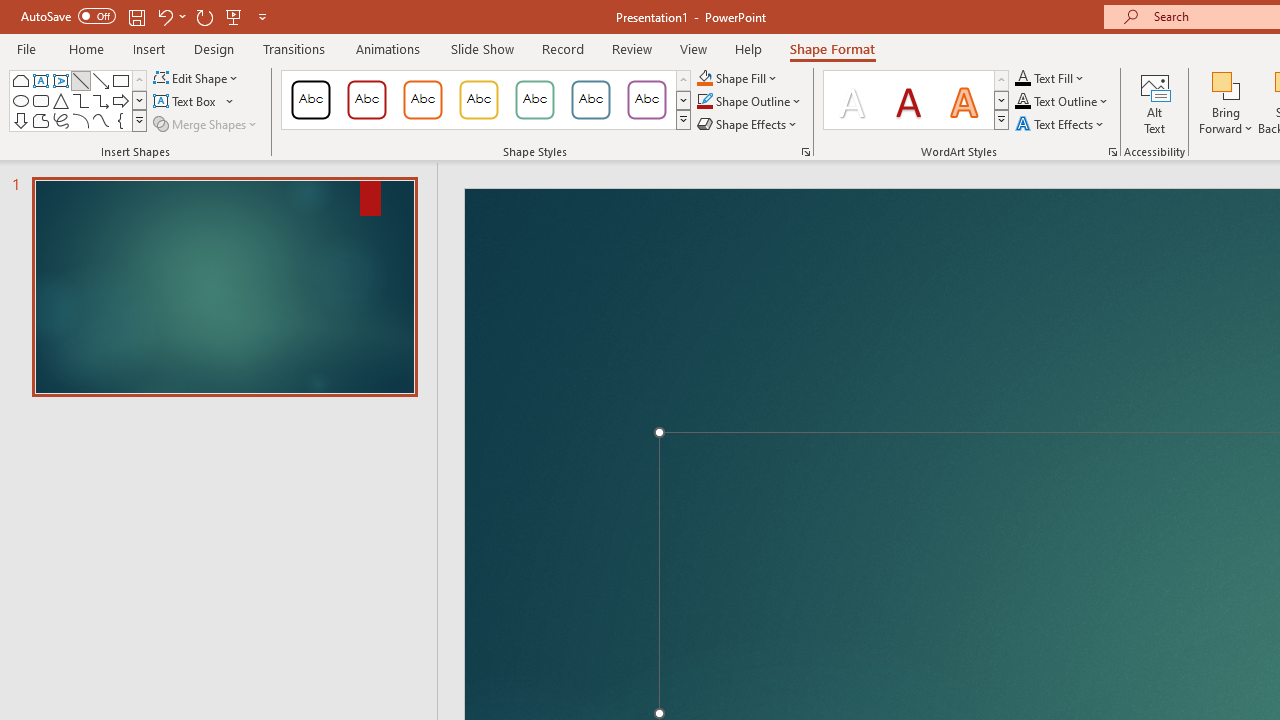  Describe the element at coordinates (310, 100) in the screenshot. I see `'Colored Outline - Black, Dark 1'` at that location.